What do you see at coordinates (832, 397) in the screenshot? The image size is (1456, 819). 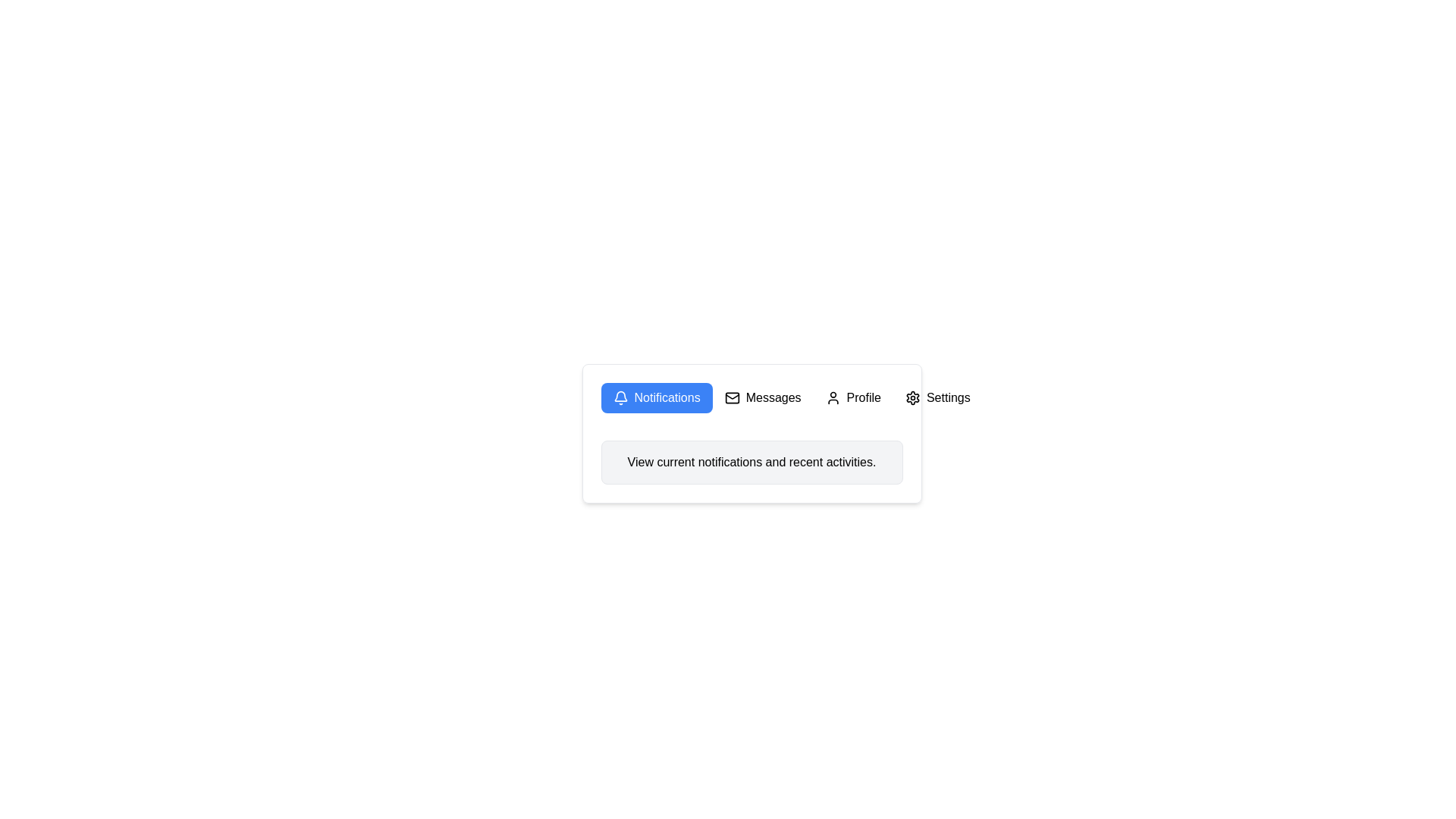 I see `the user profile icon, which is the first menu item labeled 'Profile' located between 'Messages' and 'Settings', to view context menu options` at bounding box center [832, 397].